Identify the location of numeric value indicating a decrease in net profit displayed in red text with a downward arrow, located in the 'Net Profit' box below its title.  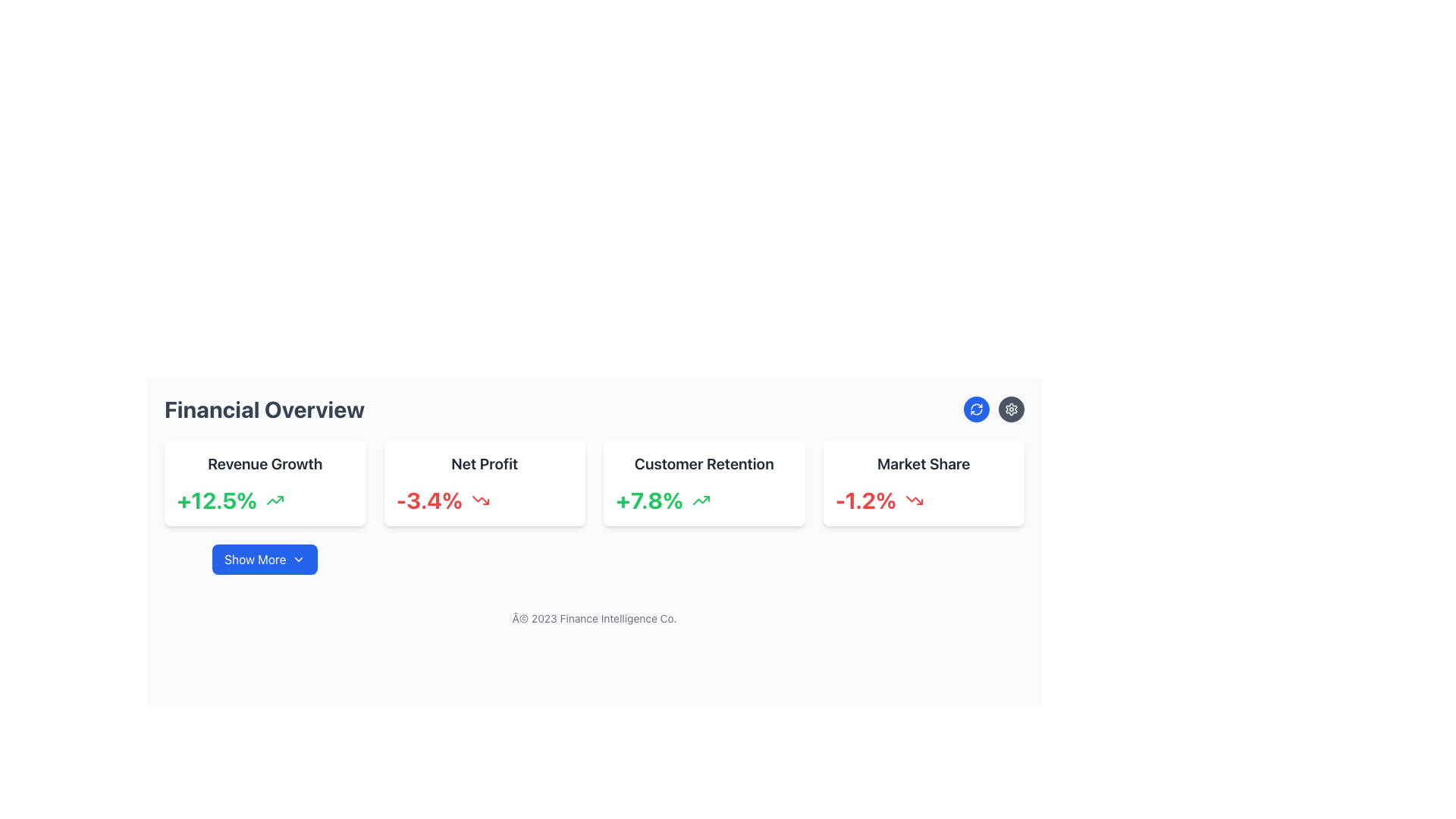
(484, 500).